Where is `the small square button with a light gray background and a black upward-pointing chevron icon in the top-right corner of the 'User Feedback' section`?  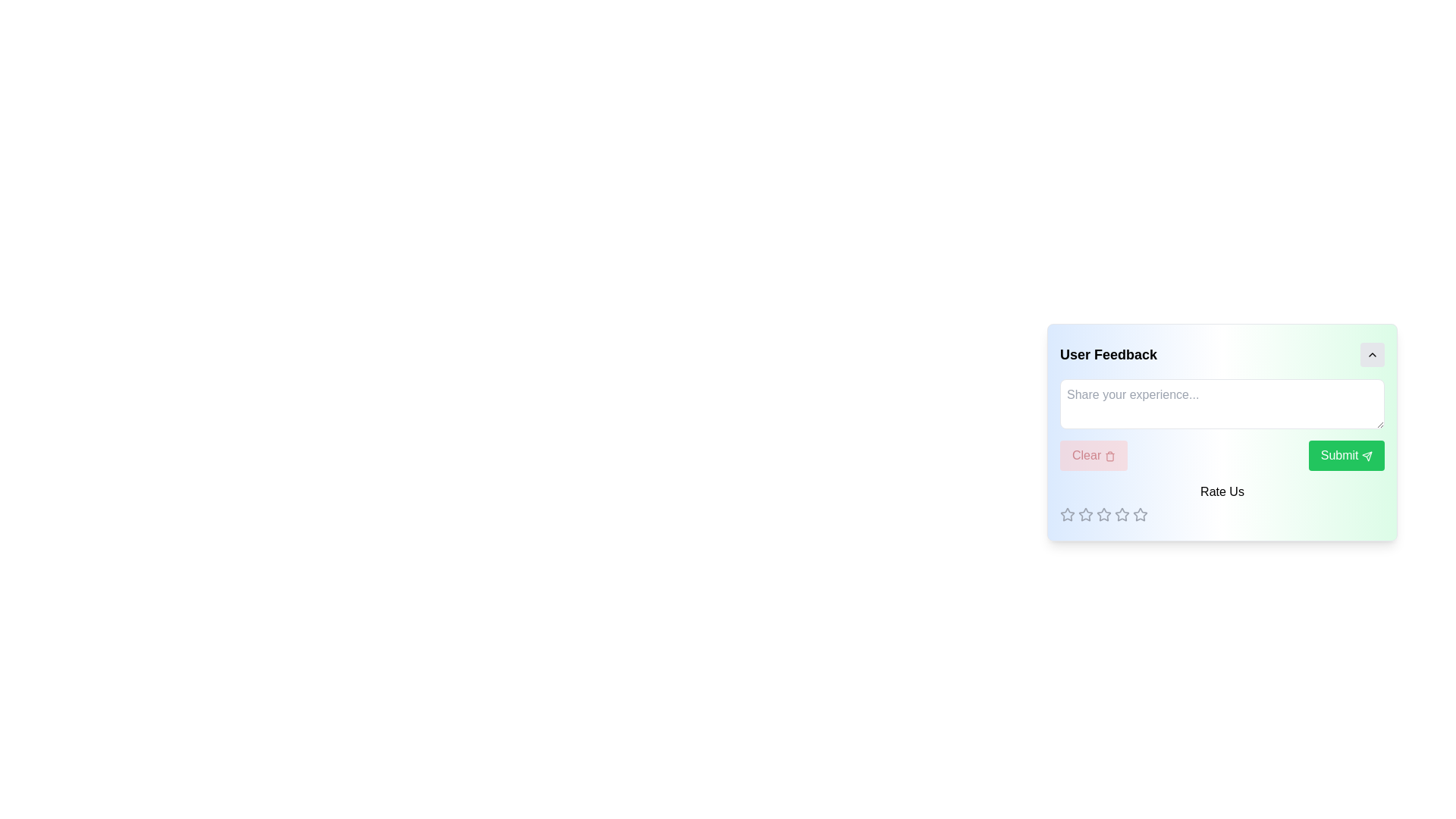
the small square button with a light gray background and a black upward-pointing chevron icon in the top-right corner of the 'User Feedback' section is located at coordinates (1372, 354).